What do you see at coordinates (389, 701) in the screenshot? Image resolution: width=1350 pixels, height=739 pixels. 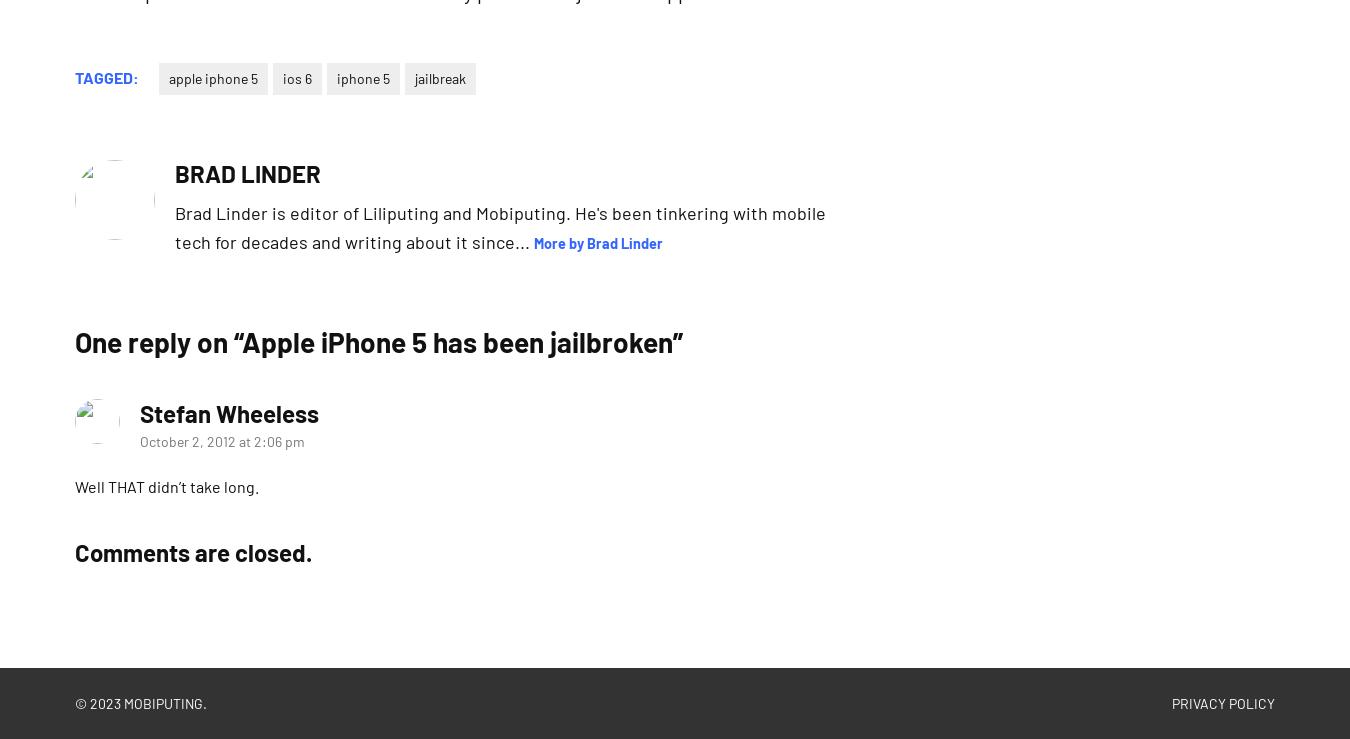 I see `'Proudly powered by Newspack by Automattic'` at bounding box center [389, 701].